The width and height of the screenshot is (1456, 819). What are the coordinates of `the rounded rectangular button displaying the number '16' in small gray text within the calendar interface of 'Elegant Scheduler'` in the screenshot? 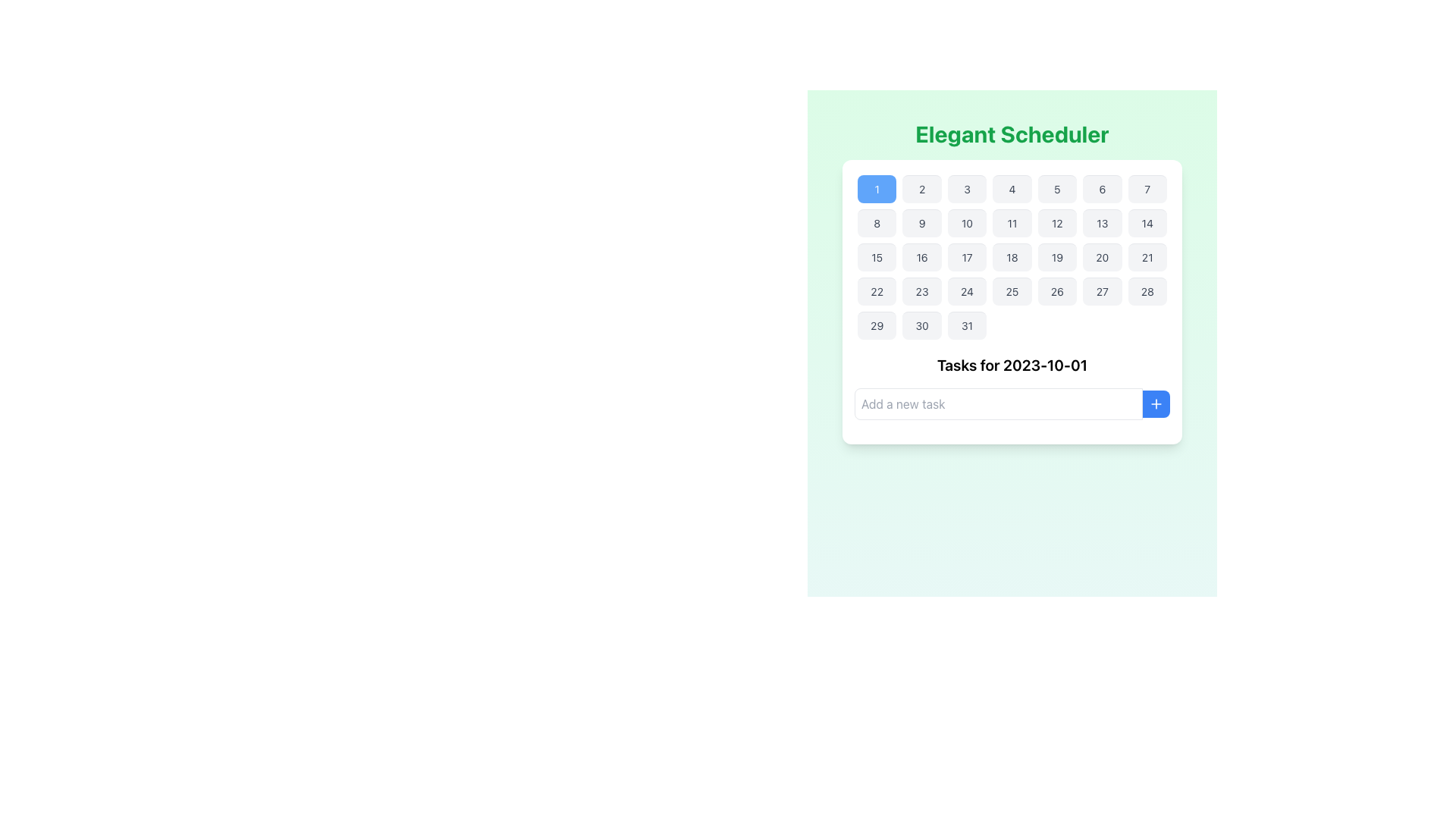 It's located at (921, 256).